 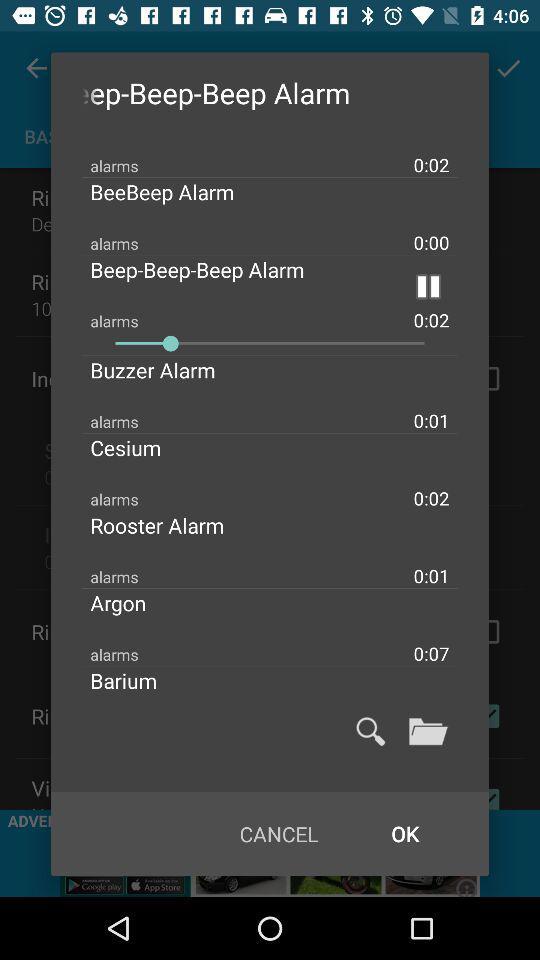 What do you see at coordinates (139, 680) in the screenshot?
I see `barium` at bounding box center [139, 680].